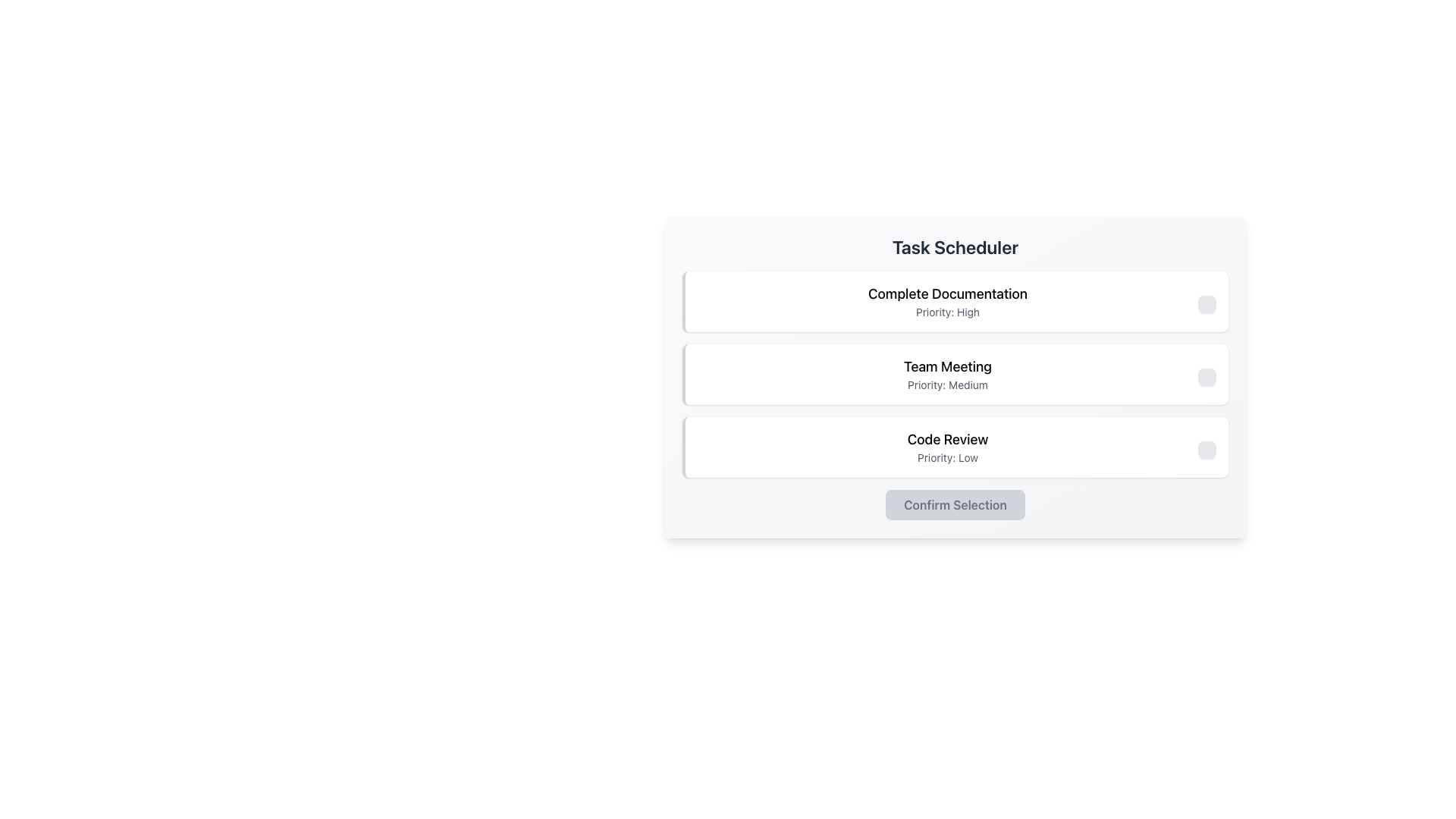  What do you see at coordinates (946, 301) in the screenshot?
I see `to select the first task item in the vertical list of task entries, which is positioned immediately above the 'Team Meeting' task item` at bounding box center [946, 301].